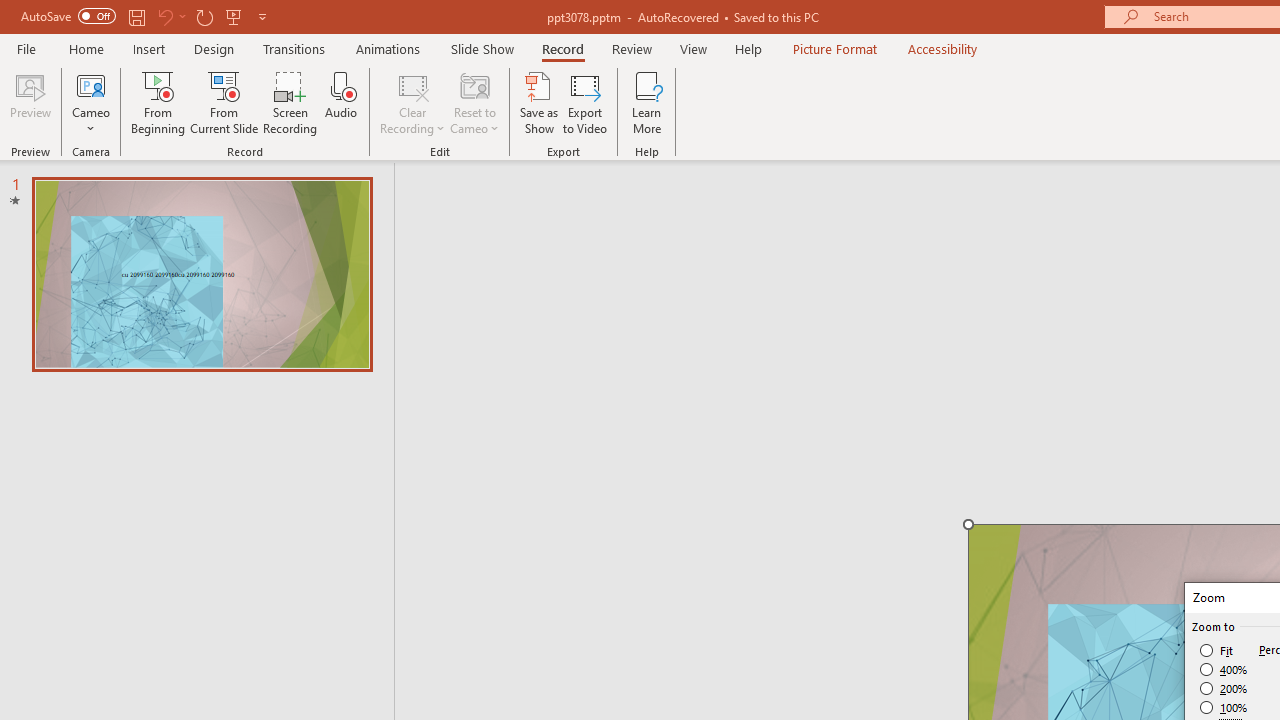 This screenshot has height=720, width=1280. I want to click on 'From Current Slide...', so click(224, 103).